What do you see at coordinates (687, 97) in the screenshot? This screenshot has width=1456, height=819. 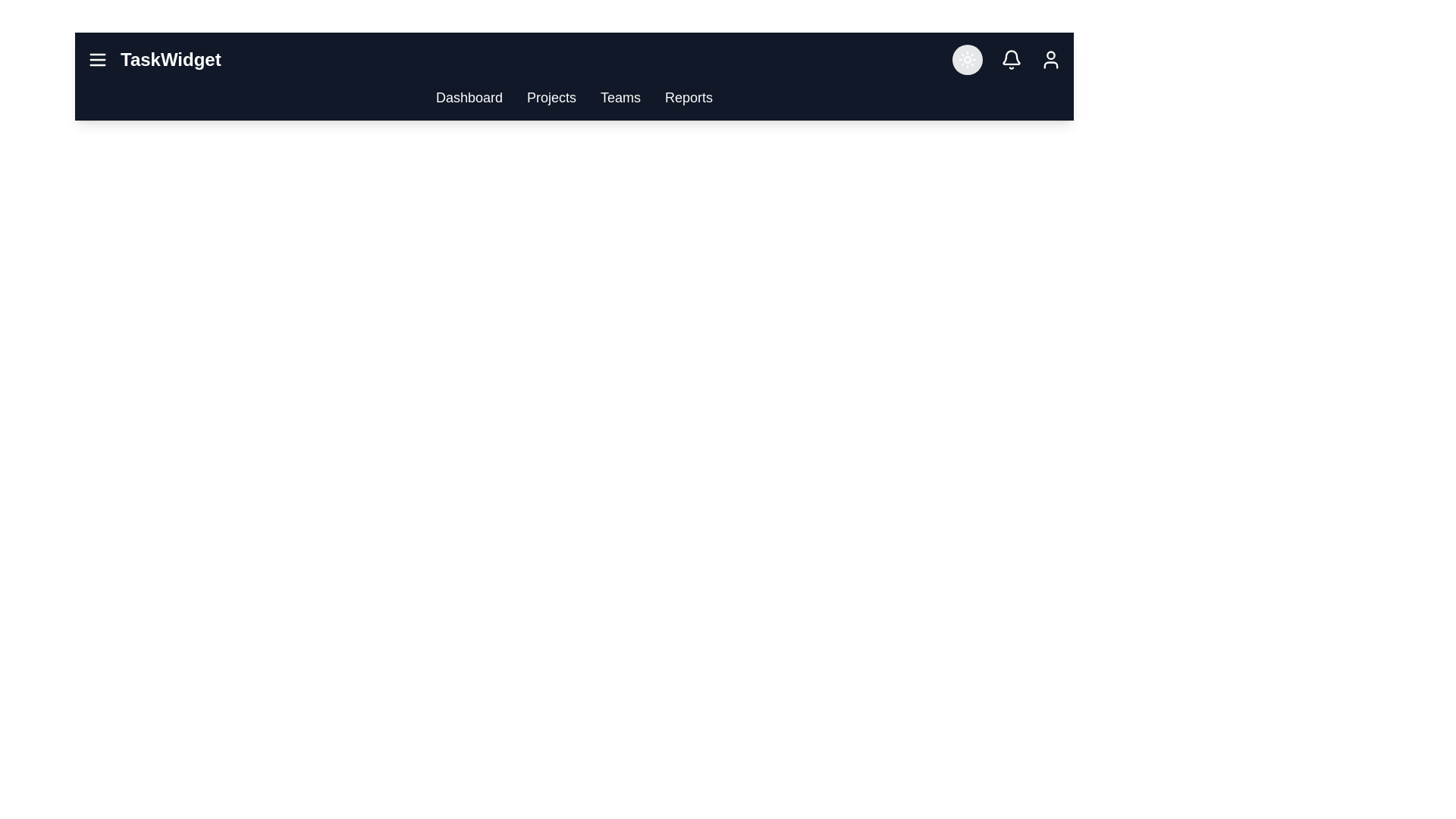 I see `the 'Reports' link to navigate to the Reports section` at bounding box center [687, 97].